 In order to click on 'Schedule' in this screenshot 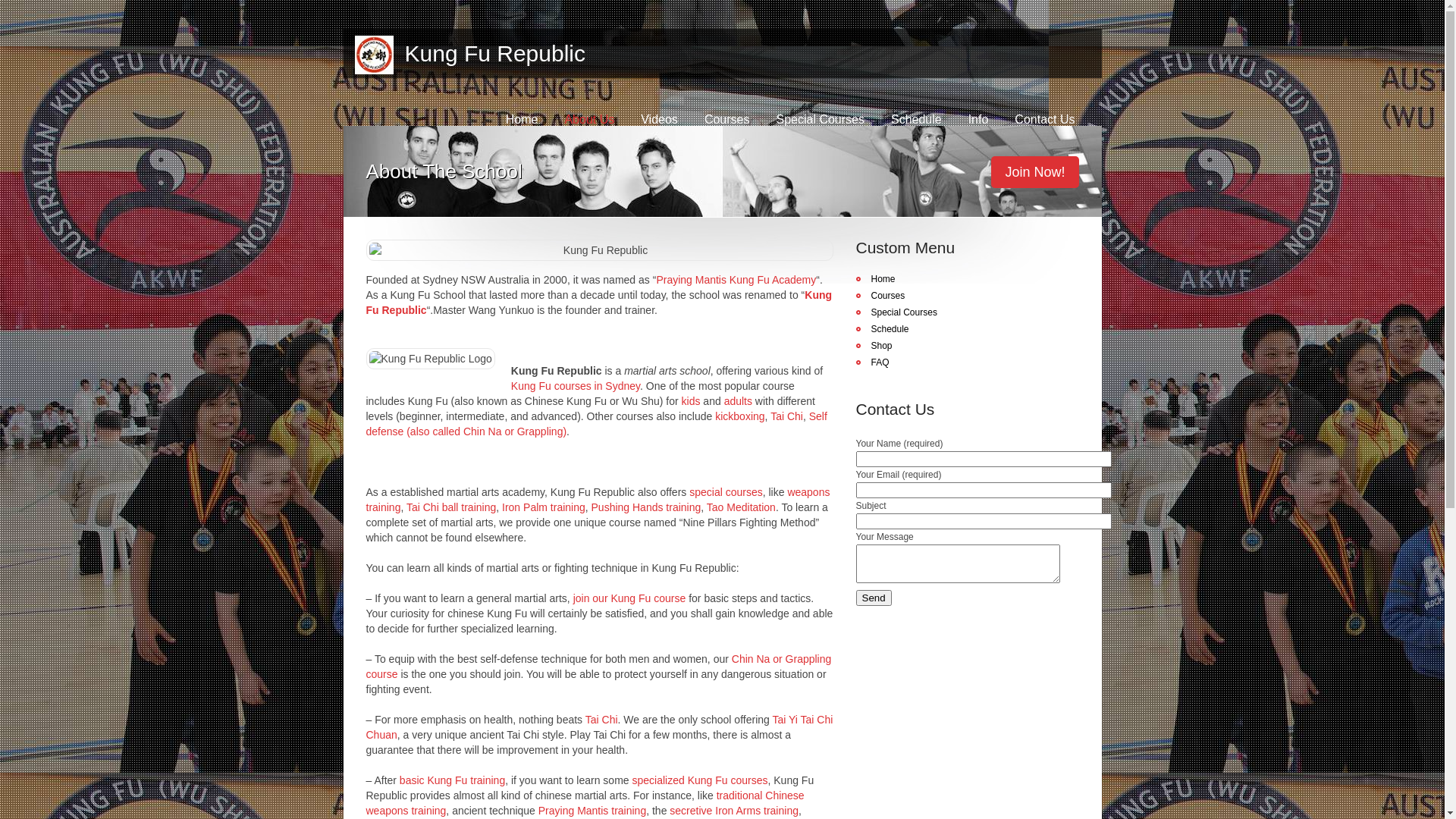, I will do `click(915, 118)`.